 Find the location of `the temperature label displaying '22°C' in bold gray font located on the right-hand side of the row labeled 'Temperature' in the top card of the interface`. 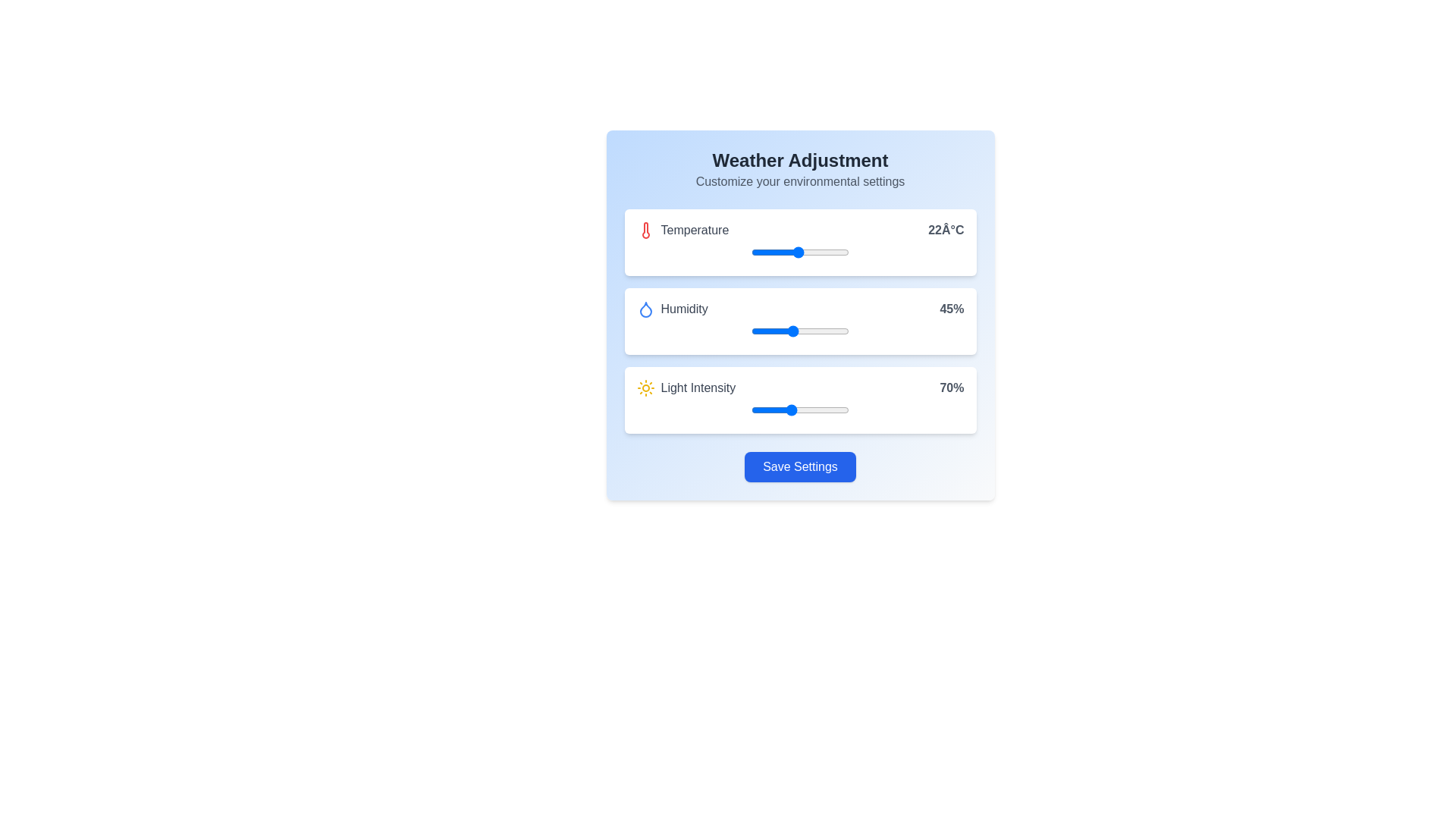

the temperature label displaying '22°C' in bold gray font located on the right-hand side of the row labeled 'Temperature' in the top card of the interface is located at coordinates (945, 231).